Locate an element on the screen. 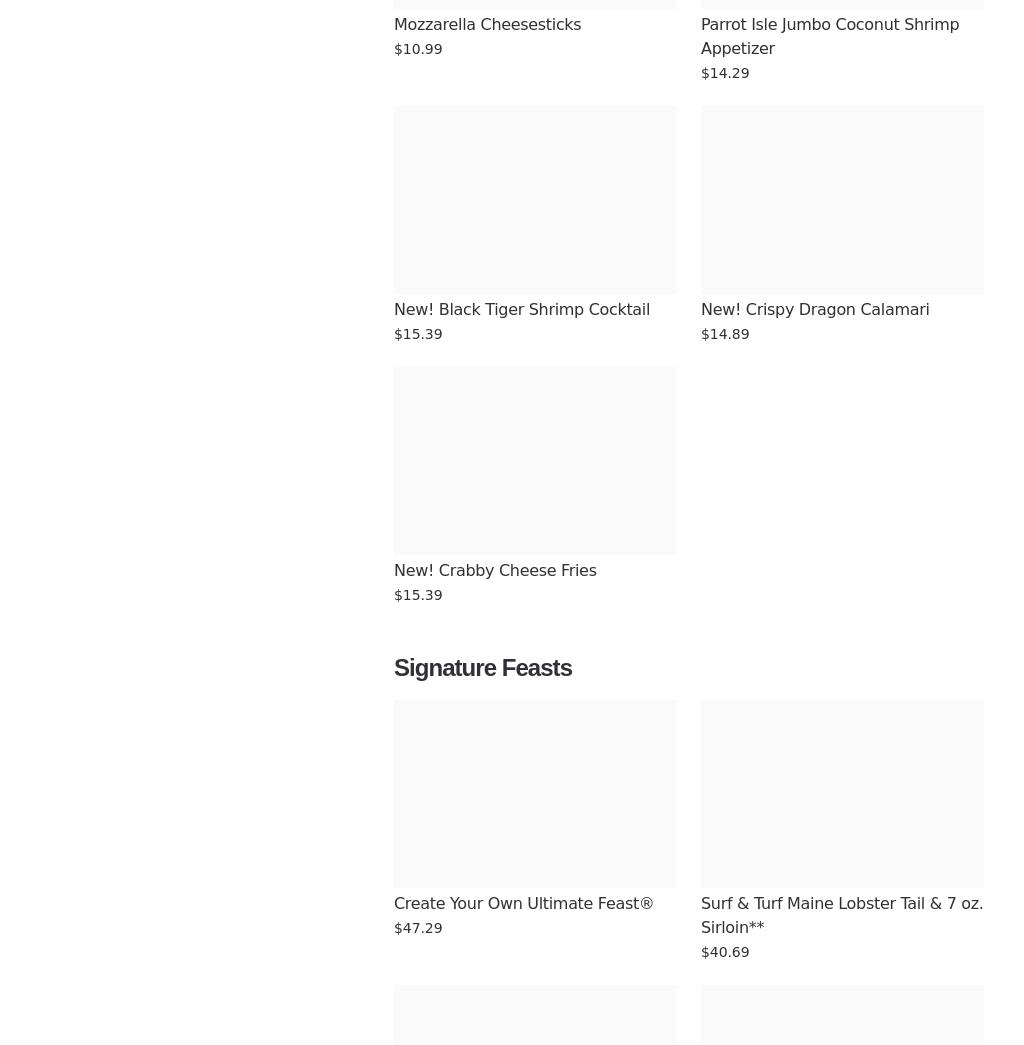  '$10.99' is located at coordinates (393, 48).